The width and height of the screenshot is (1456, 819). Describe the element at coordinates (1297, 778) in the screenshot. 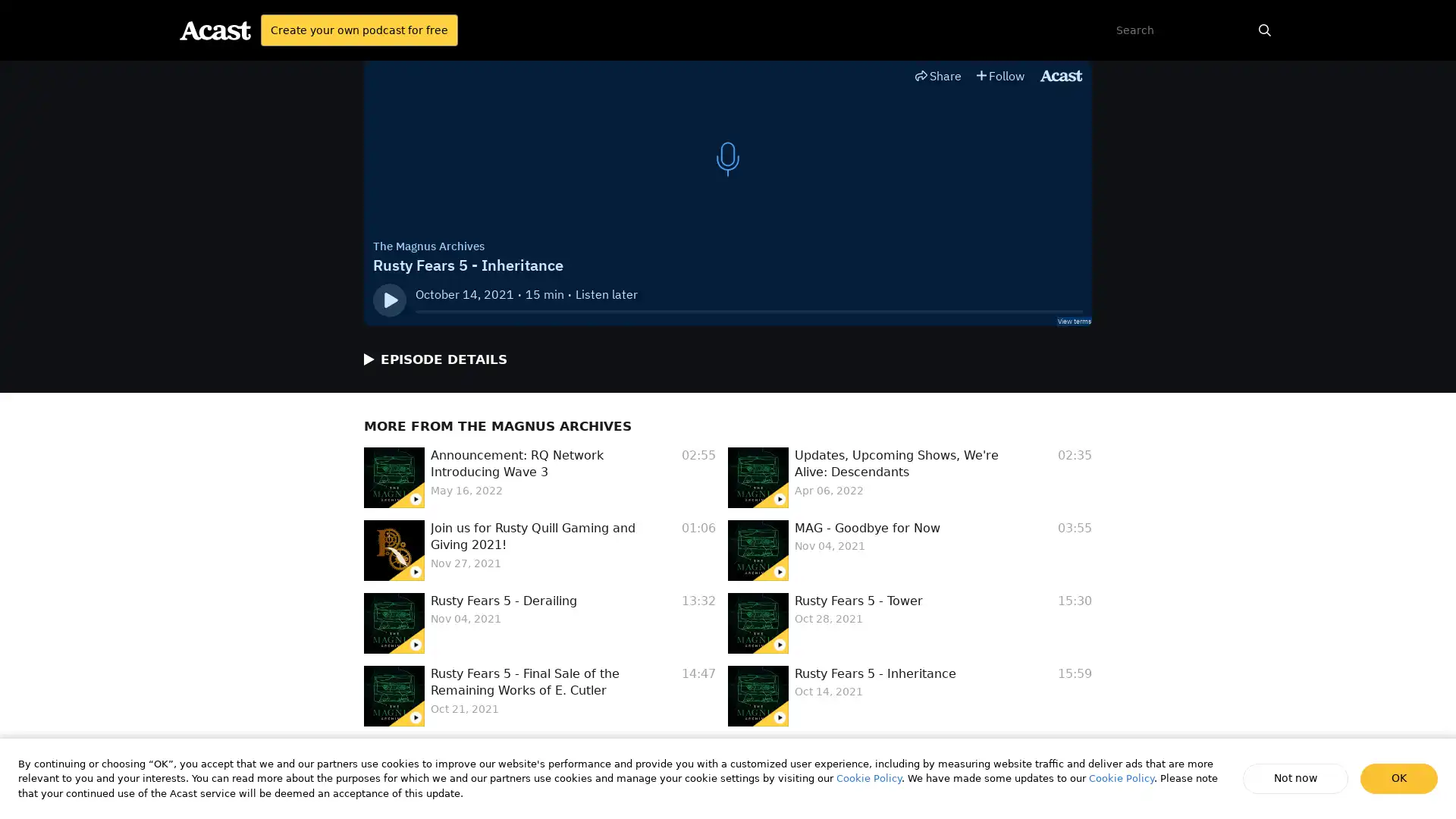

I see `Not now` at that location.